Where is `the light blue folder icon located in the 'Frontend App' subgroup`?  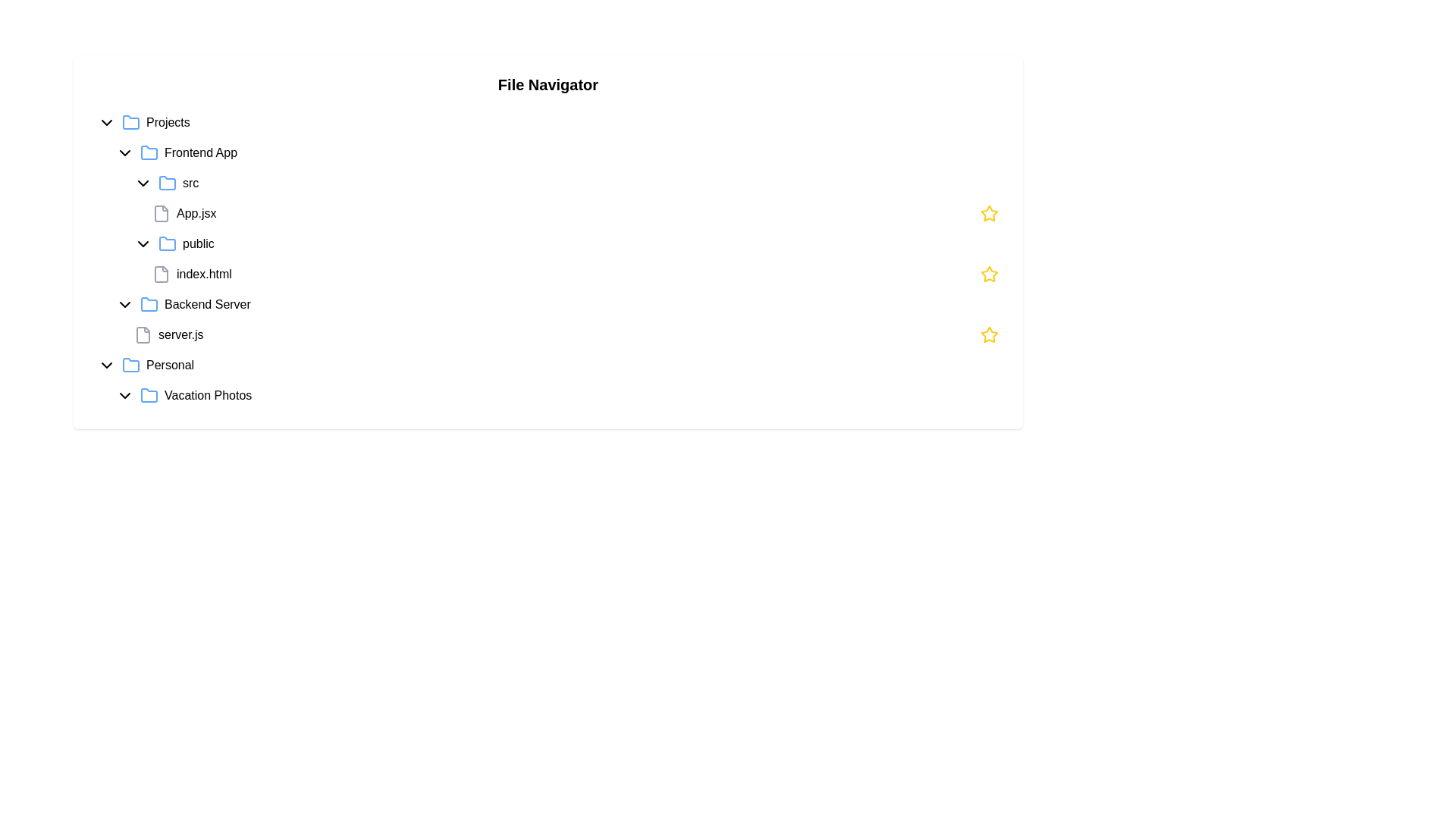 the light blue folder icon located in the 'Frontend App' subgroup is located at coordinates (149, 152).